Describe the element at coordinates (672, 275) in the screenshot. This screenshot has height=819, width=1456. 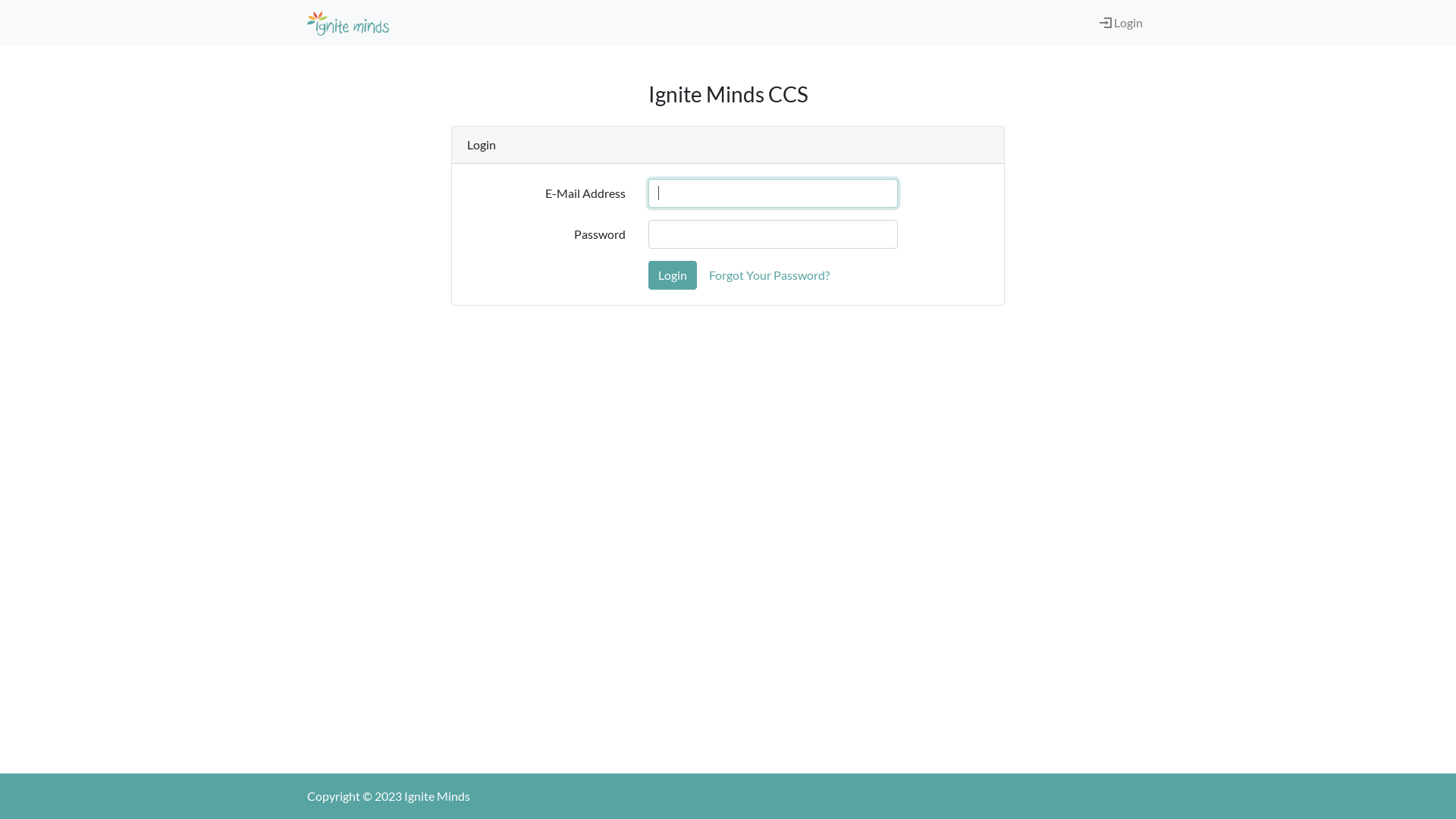
I see `'Login'` at that location.